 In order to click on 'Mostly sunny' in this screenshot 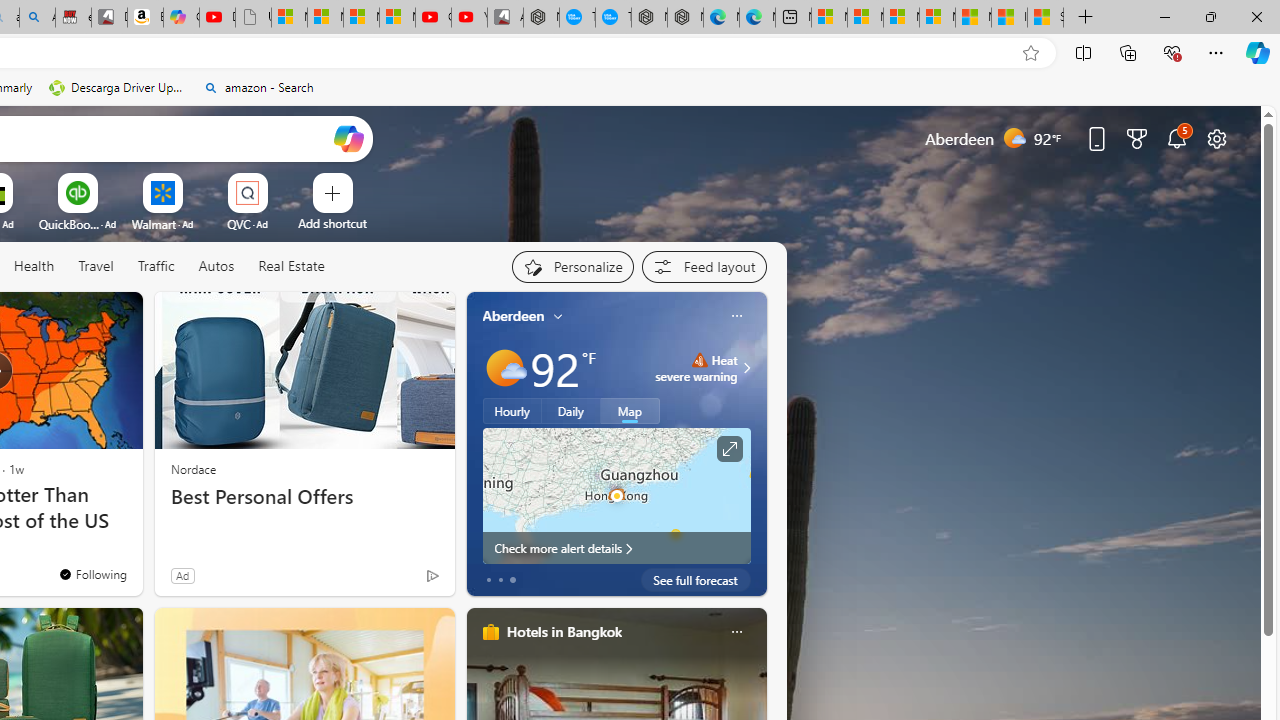, I will do `click(504, 368)`.